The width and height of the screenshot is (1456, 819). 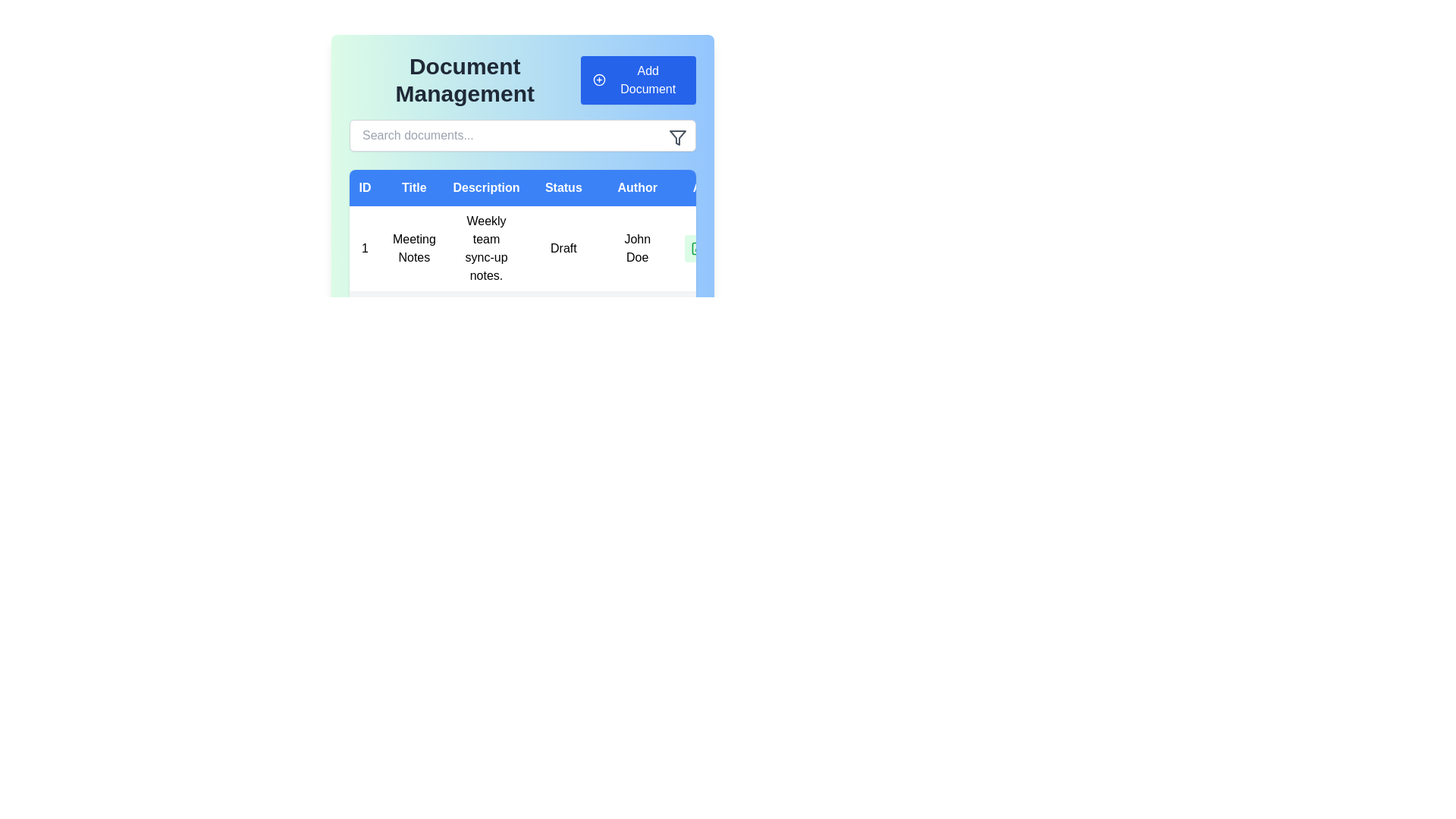 I want to click on the 'Add Document' button, which contains the icon for adding a document, located in the upper-right corner of the interface, so click(x=598, y=80).